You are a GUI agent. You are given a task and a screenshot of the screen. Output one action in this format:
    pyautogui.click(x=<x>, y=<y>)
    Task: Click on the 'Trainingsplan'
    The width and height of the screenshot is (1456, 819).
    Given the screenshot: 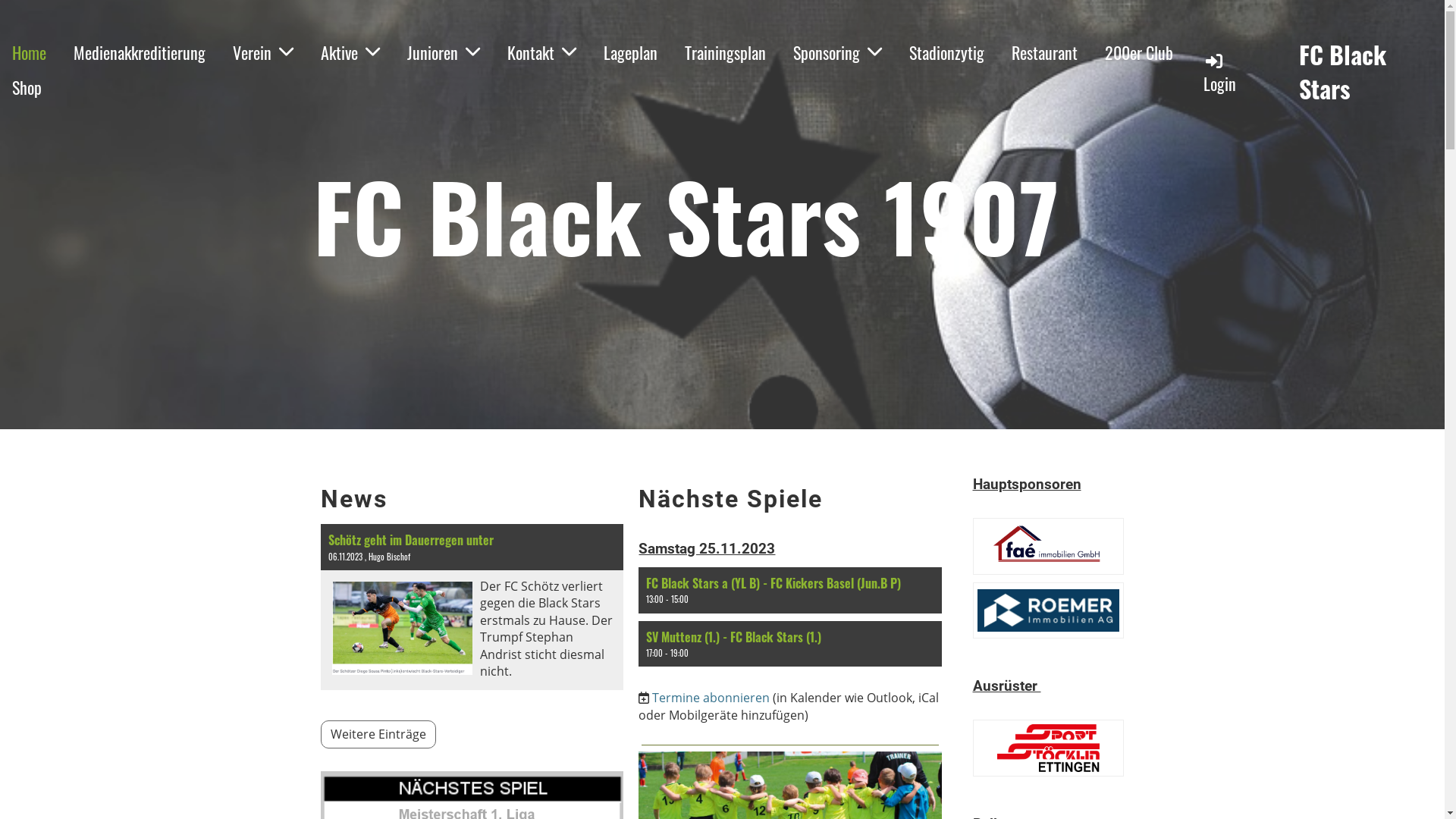 What is the action you would take?
    pyautogui.click(x=724, y=52)
    